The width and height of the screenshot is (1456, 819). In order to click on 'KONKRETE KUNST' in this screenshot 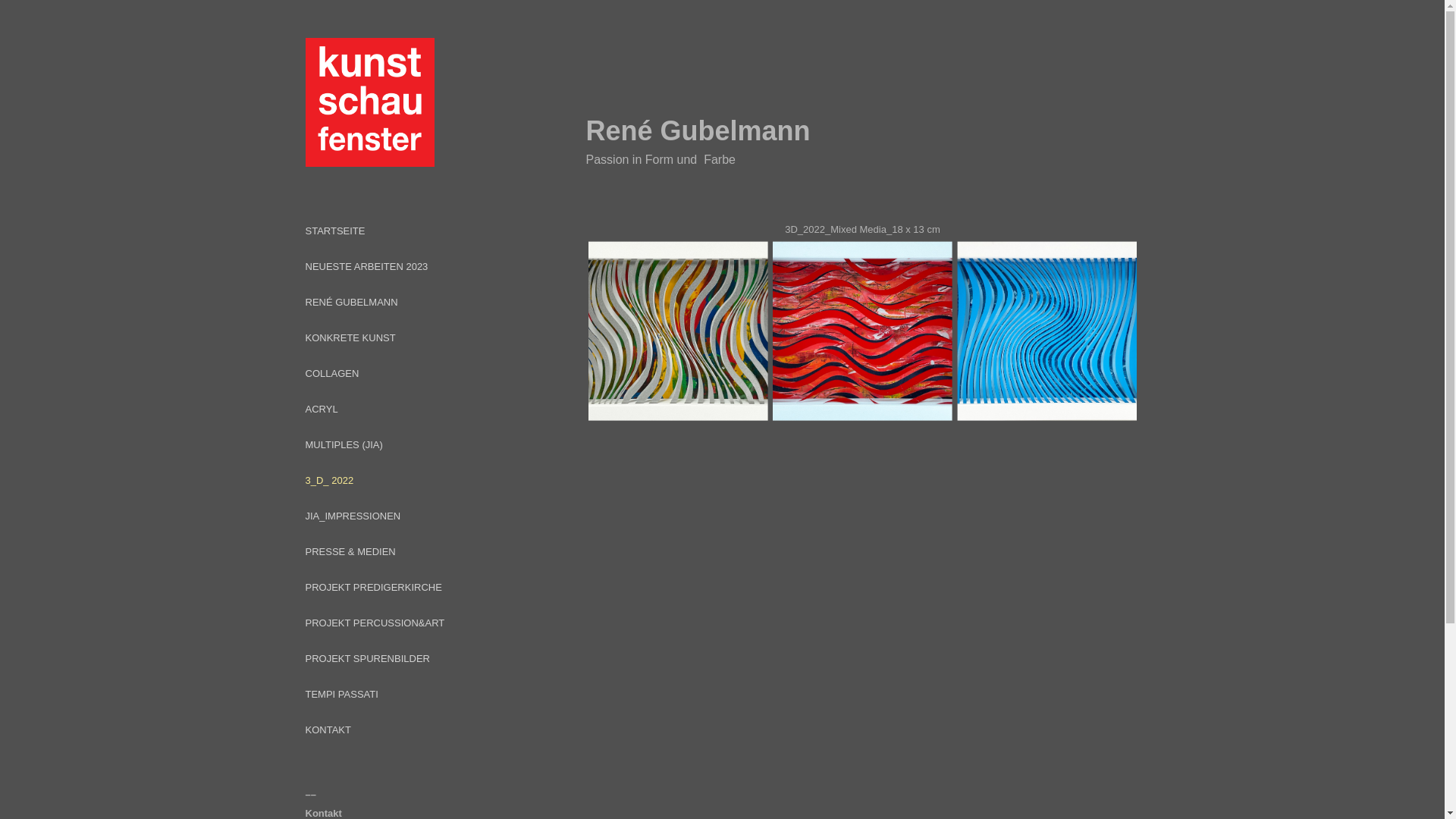, I will do `click(349, 337)`.